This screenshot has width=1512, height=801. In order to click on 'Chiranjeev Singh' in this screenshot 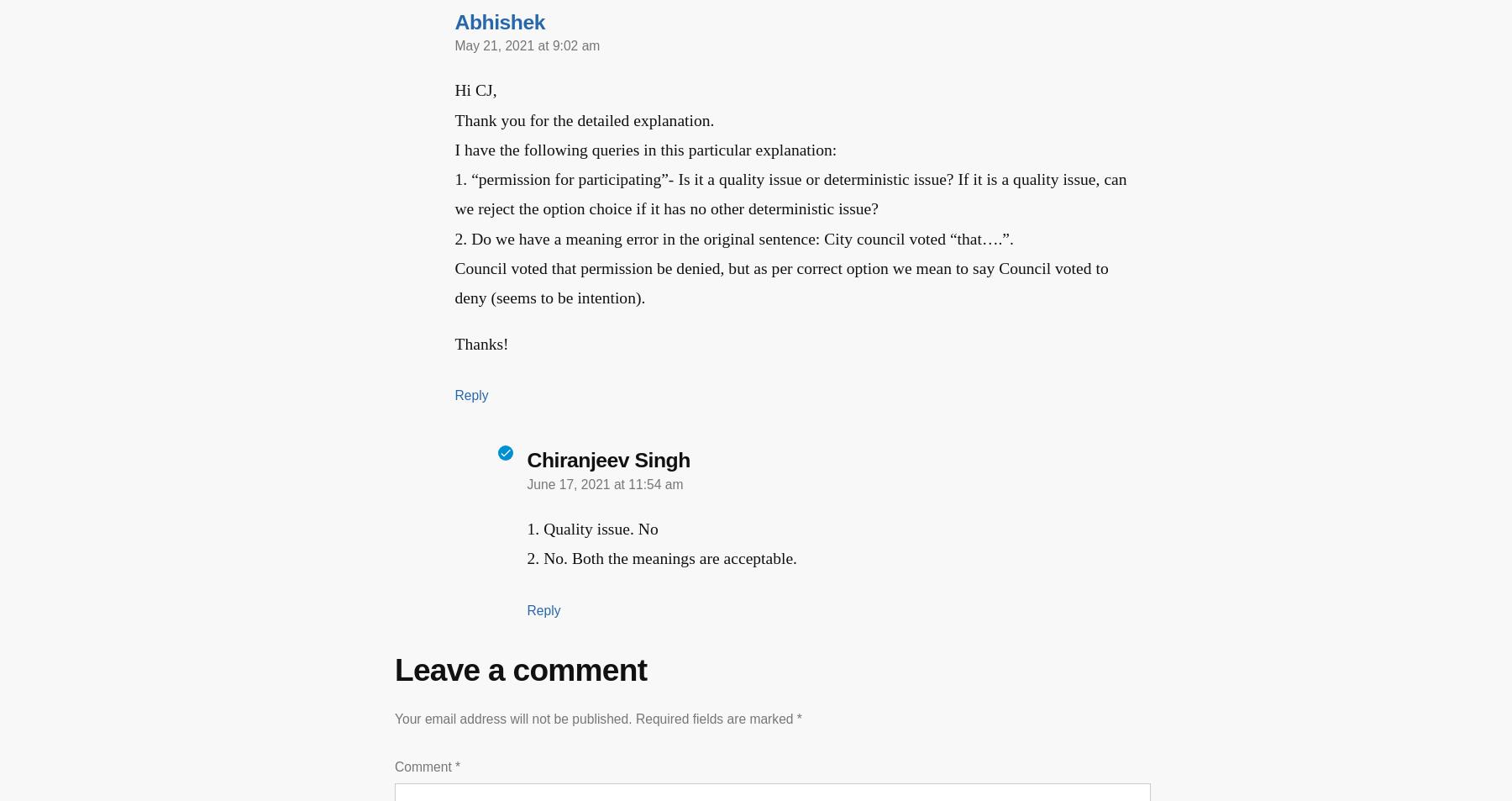, I will do `click(526, 459)`.